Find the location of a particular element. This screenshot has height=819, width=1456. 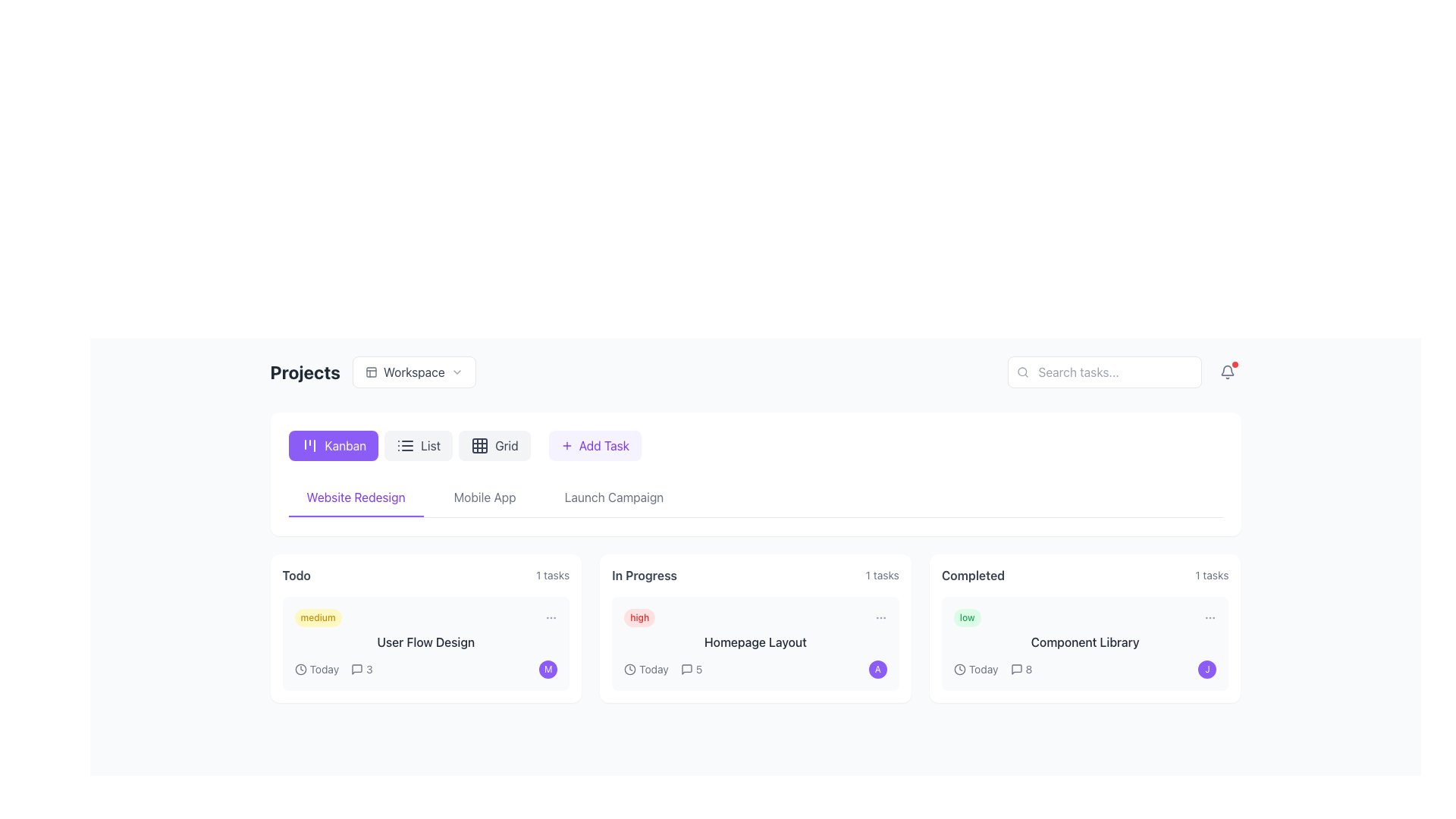

the square icon with a grid-like design, which has a gray outline and is located to the left of the text 'Workspace' is located at coordinates (371, 372).